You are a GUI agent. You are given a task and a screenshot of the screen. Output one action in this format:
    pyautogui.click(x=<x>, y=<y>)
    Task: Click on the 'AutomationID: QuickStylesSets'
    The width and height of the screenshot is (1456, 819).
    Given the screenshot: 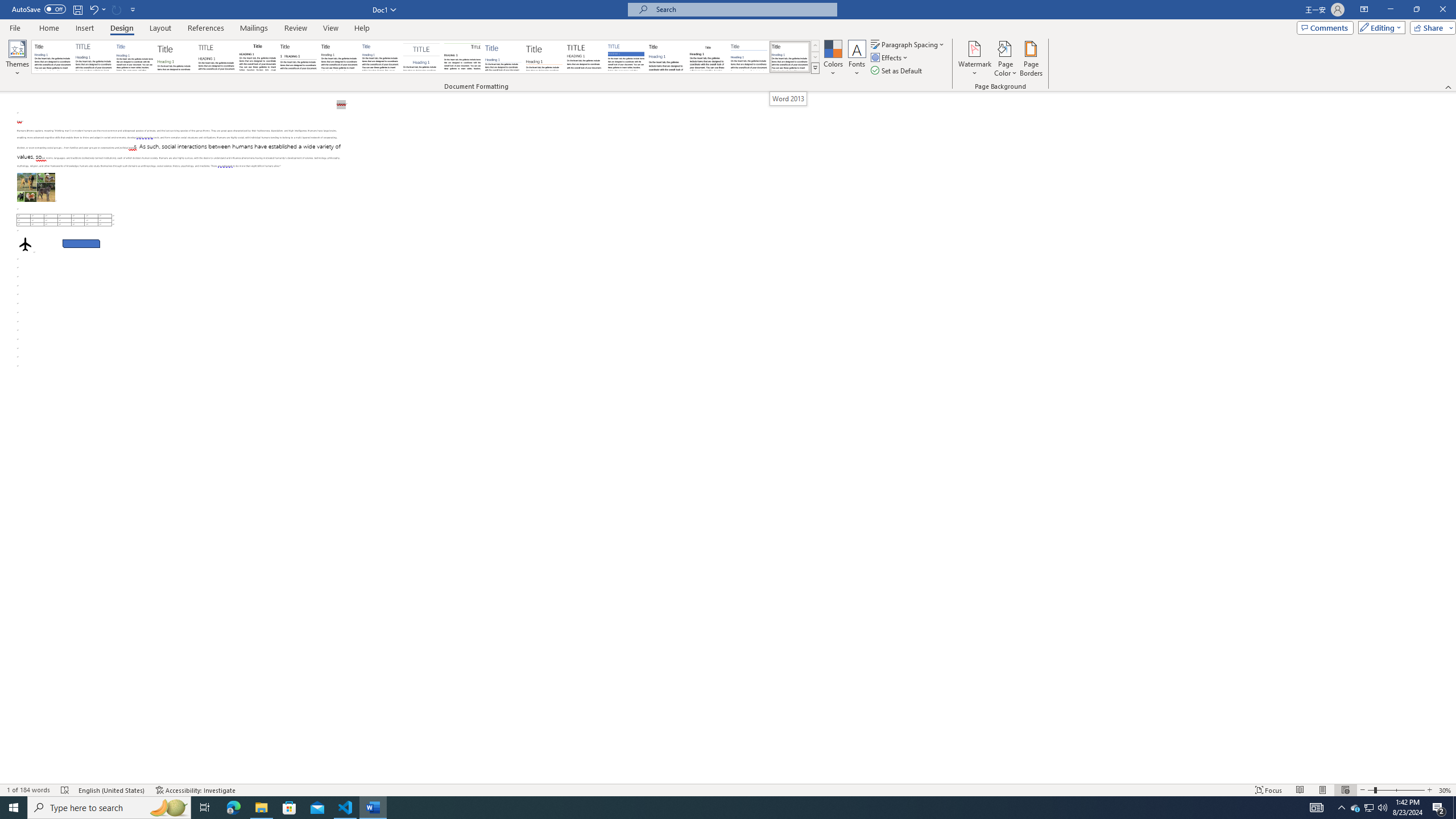 What is the action you would take?
    pyautogui.click(x=425, y=56)
    